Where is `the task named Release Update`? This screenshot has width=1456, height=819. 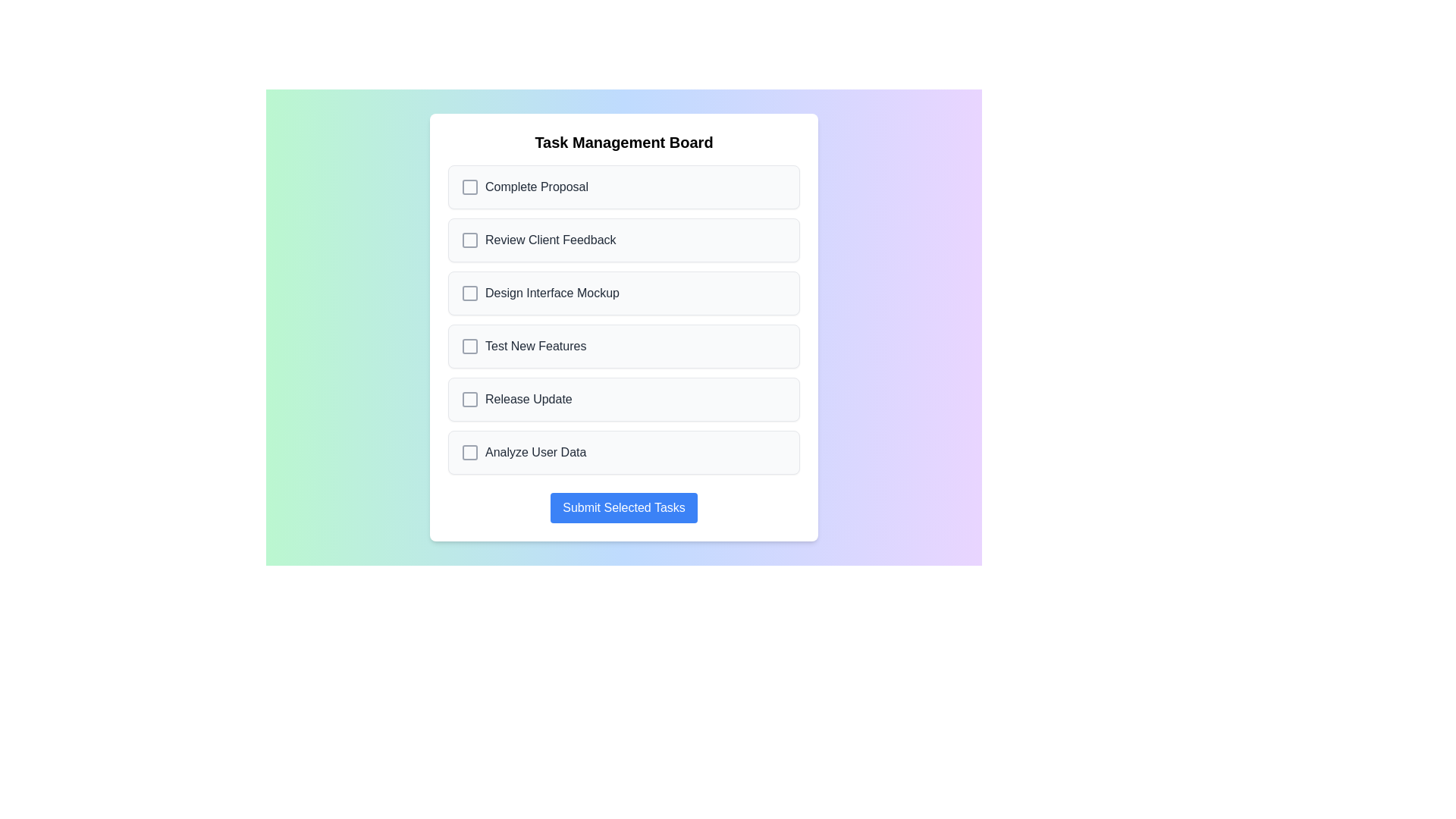
the task named Release Update is located at coordinates (623, 399).